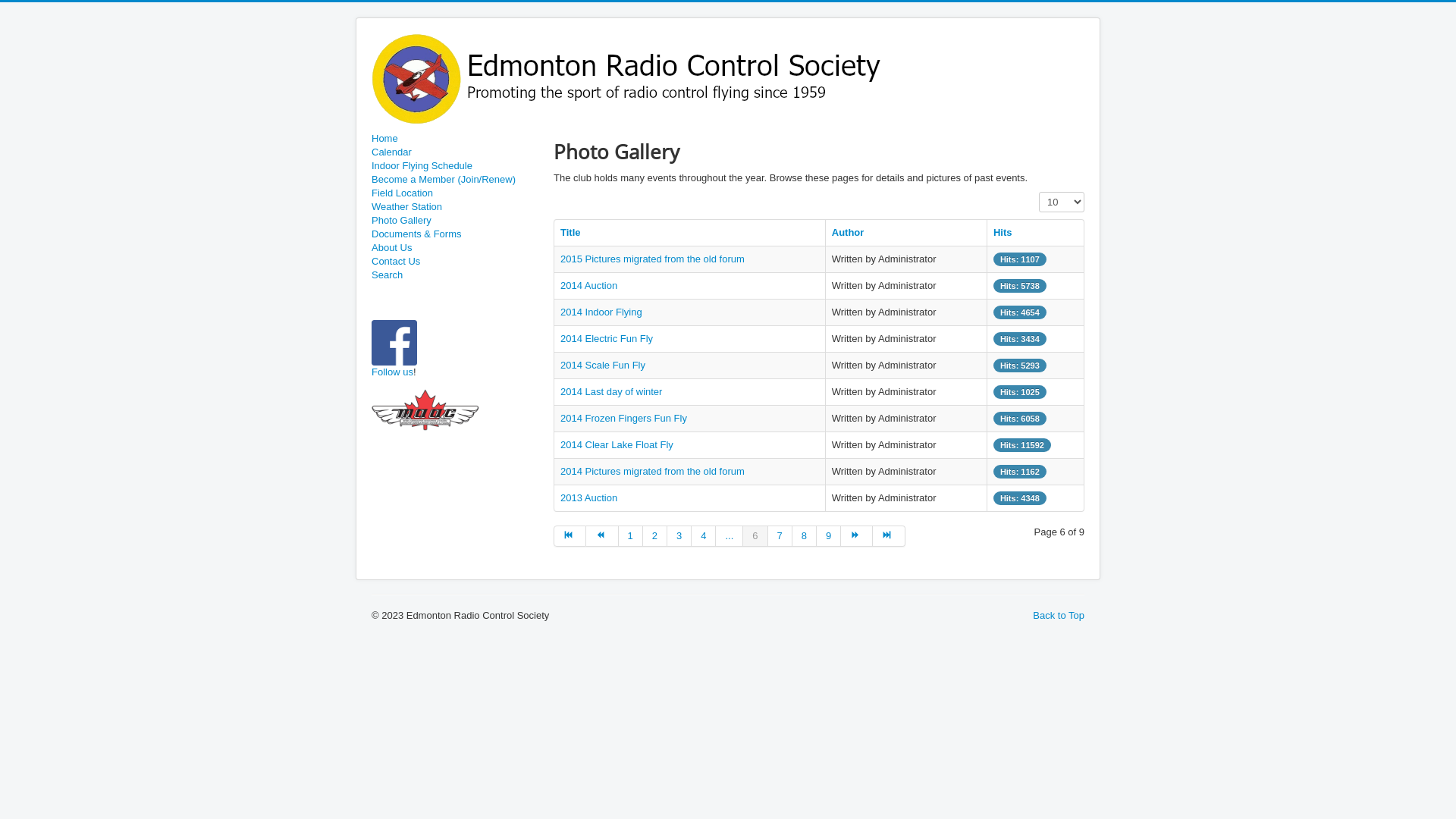 This screenshot has height=819, width=1456. Describe the element at coordinates (888, 535) in the screenshot. I see `'End'` at that location.